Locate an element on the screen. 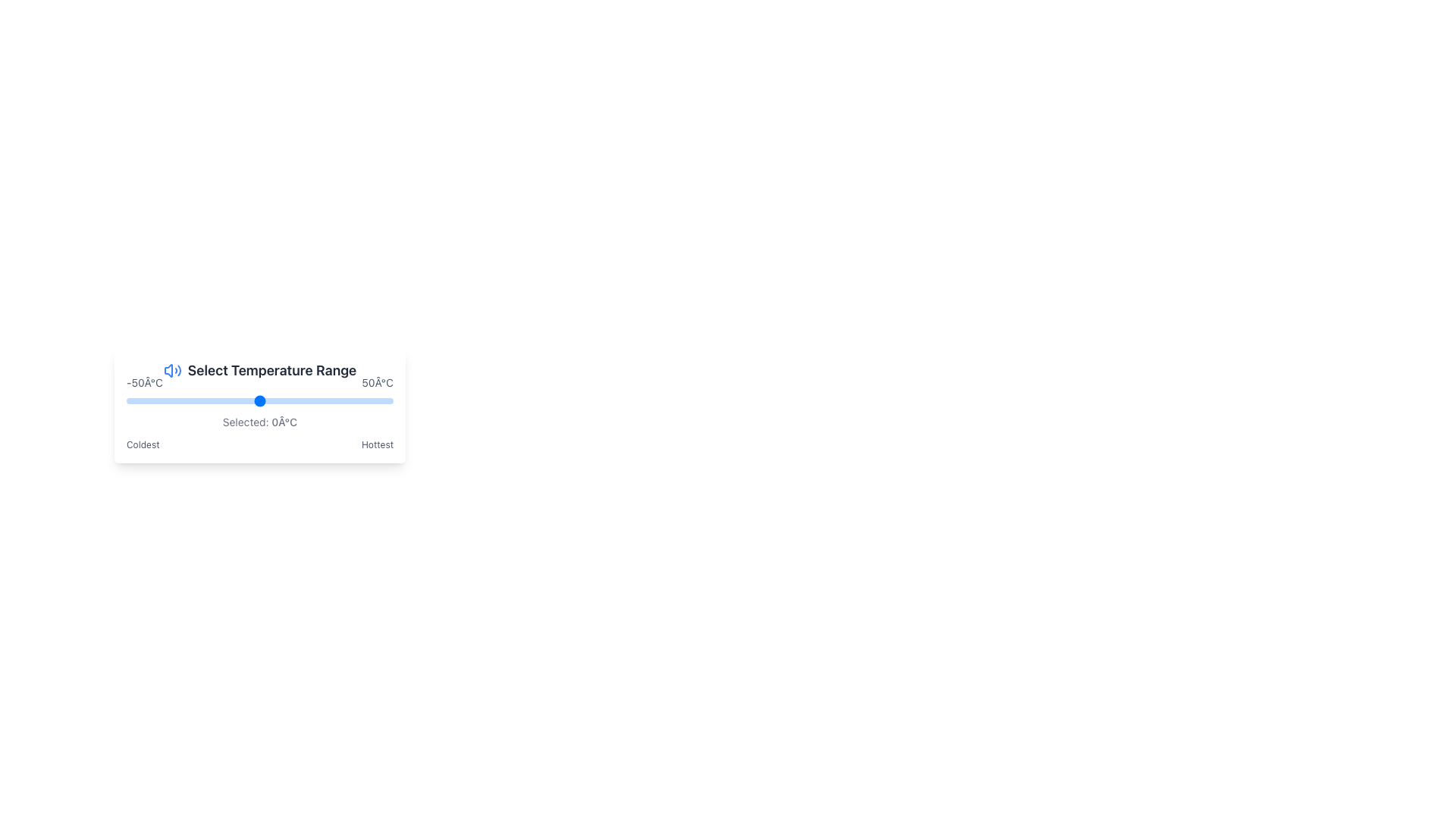 This screenshot has height=819, width=1456. the temperature is located at coordinates (353, 400).